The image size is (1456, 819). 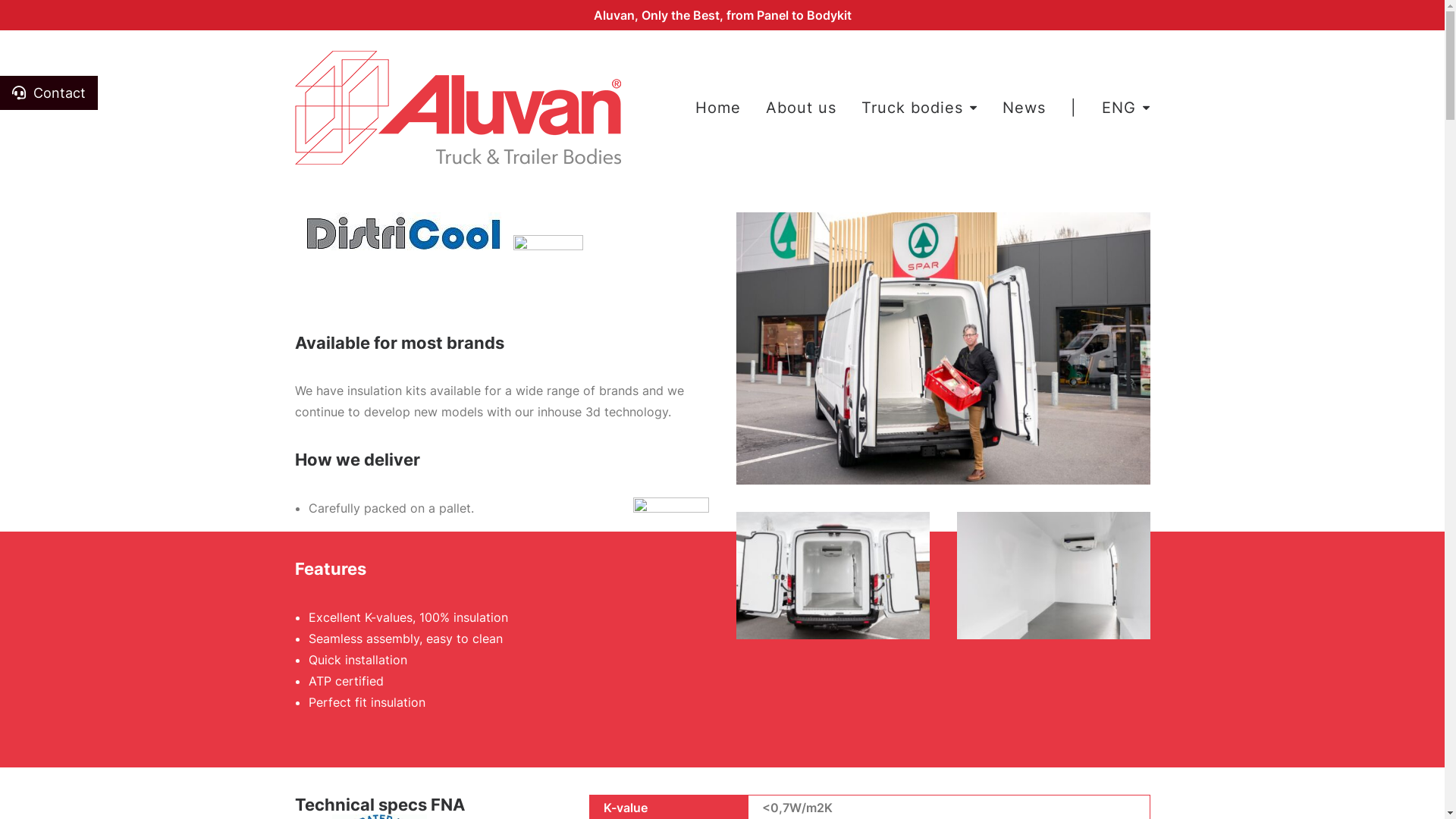 I want to click on 'ENG', so click(x=1121, y=107).